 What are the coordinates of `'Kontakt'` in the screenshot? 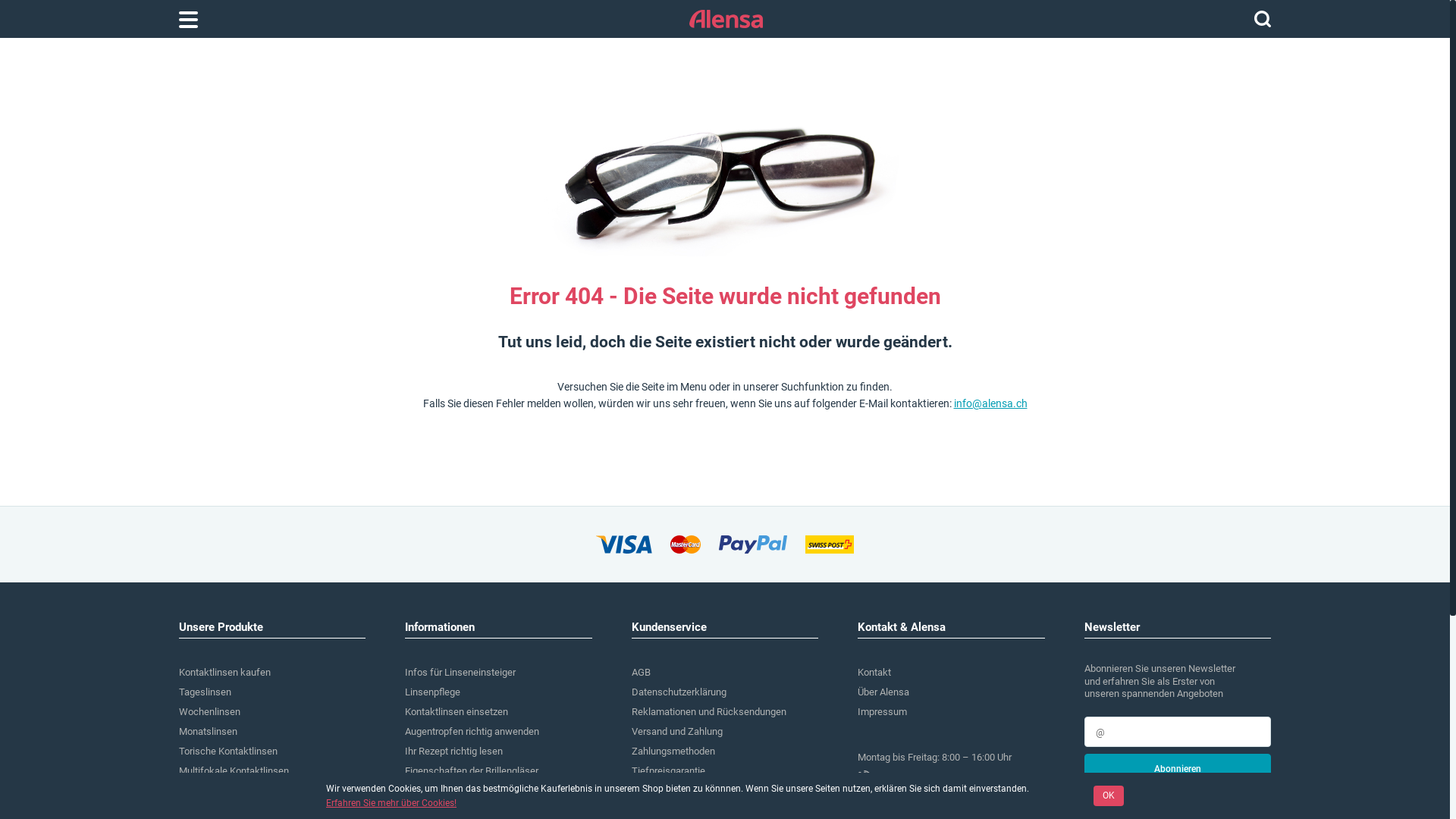 It's located at (874, 671).